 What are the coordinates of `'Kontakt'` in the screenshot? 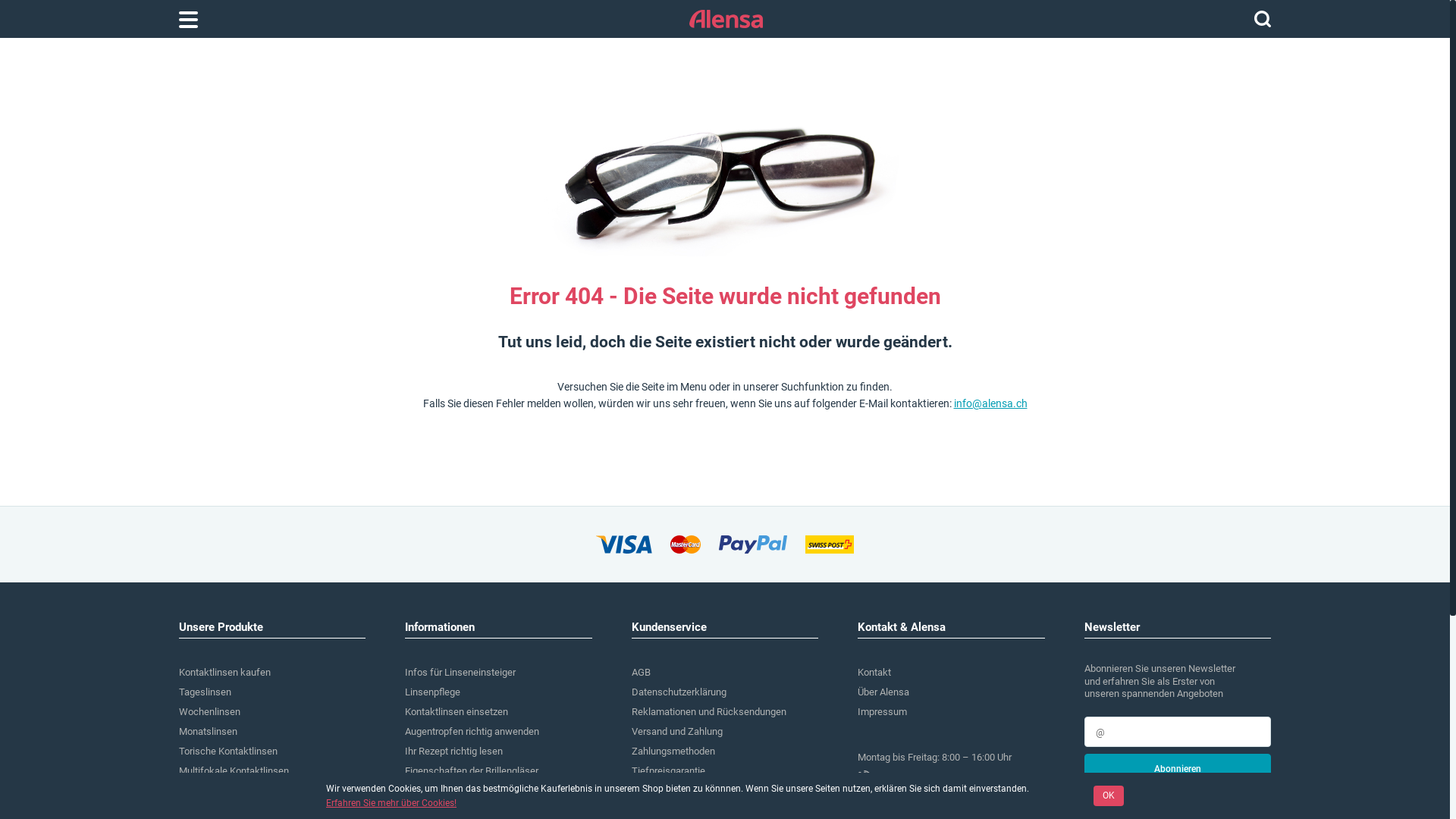 It's located at (874, 671).